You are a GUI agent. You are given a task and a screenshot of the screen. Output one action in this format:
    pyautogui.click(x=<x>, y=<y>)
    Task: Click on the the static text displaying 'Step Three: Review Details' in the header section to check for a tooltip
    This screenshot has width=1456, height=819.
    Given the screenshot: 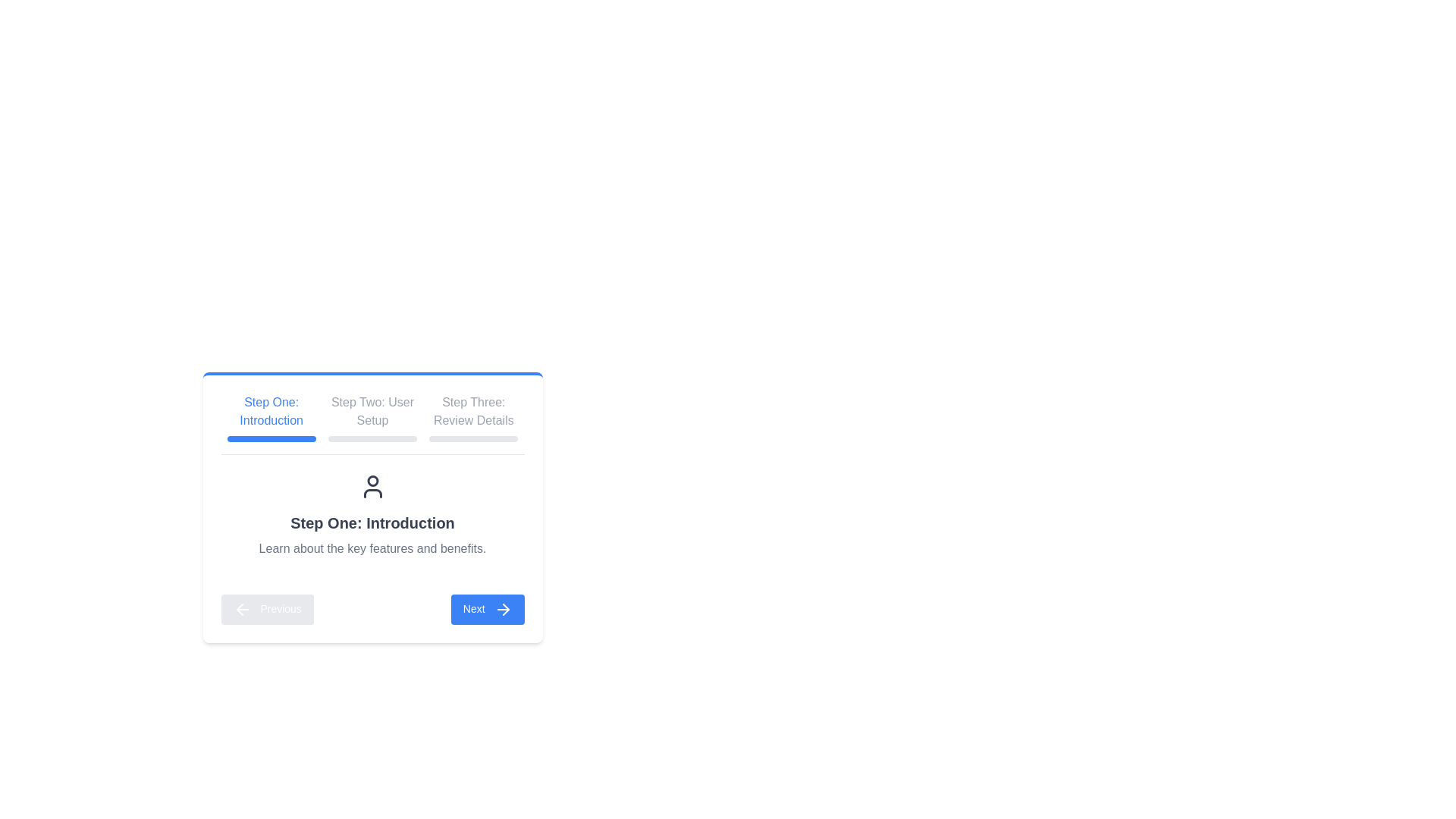 What is the action you would take?
    pyautogui.click(x=472, y=418)
    